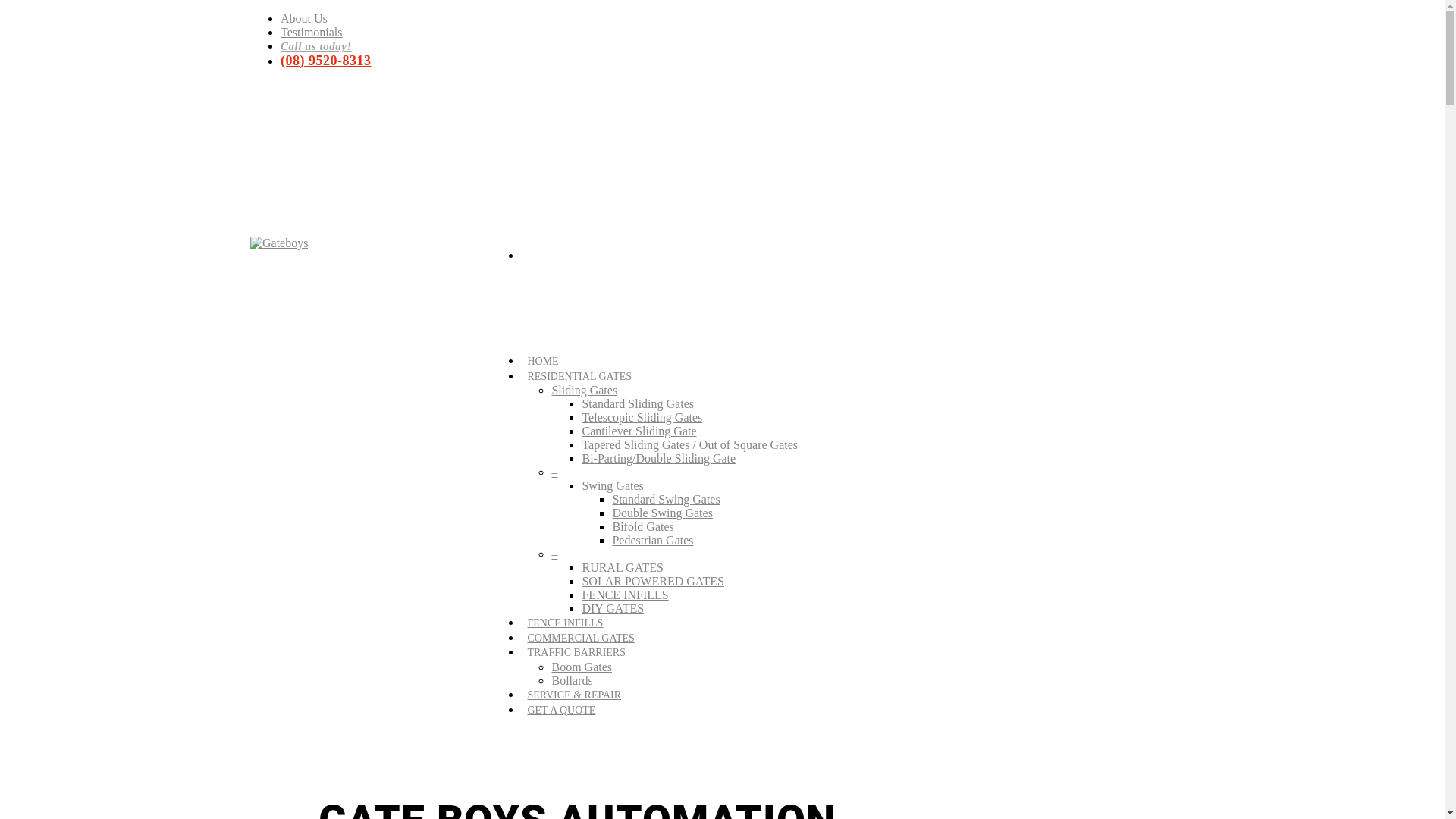 The height and width of the screenshot is (819, 1456). I want to click on 'HOME', so click(542, 365).